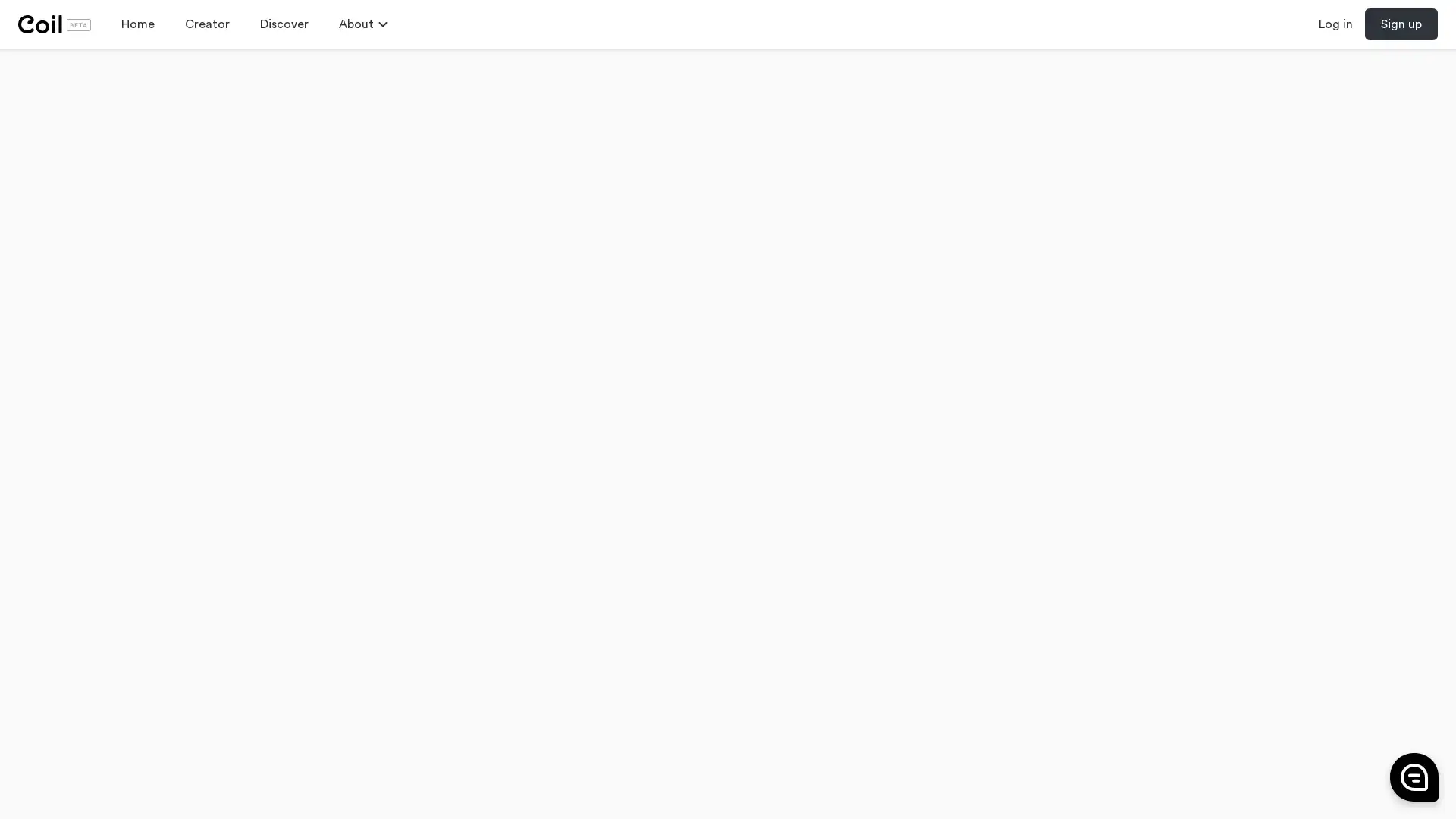  Describe the element at coordinates (1401, 24) in the screenshot. I see `Sign up` at that location.